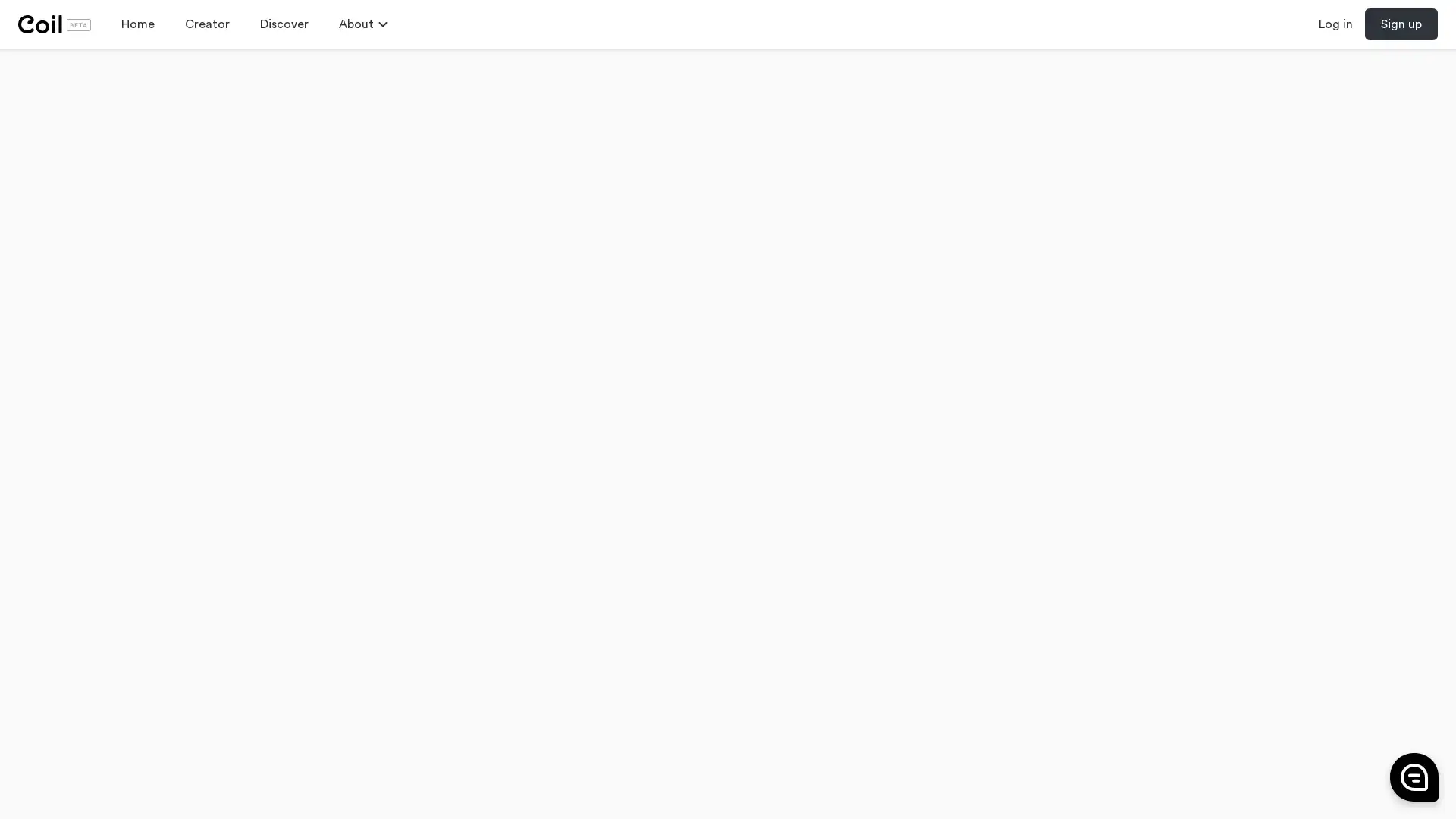  Describe the element at coordinates (1401, 24) in the screenshot. I see `Sign up` at that location.